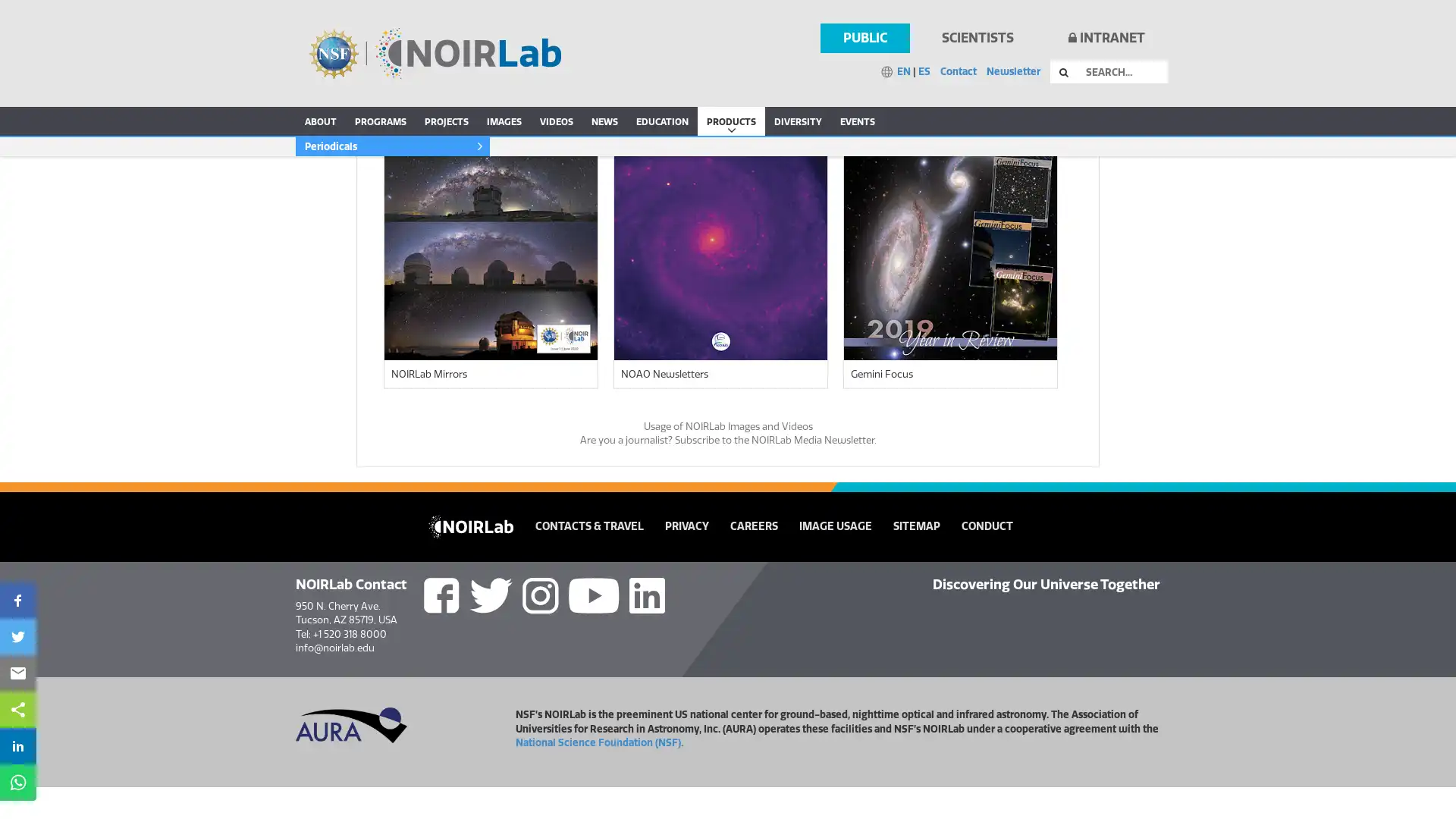 The width and height of the screenshot is (1456, 819). I want to click on INTRANET, so click(1106, 37).